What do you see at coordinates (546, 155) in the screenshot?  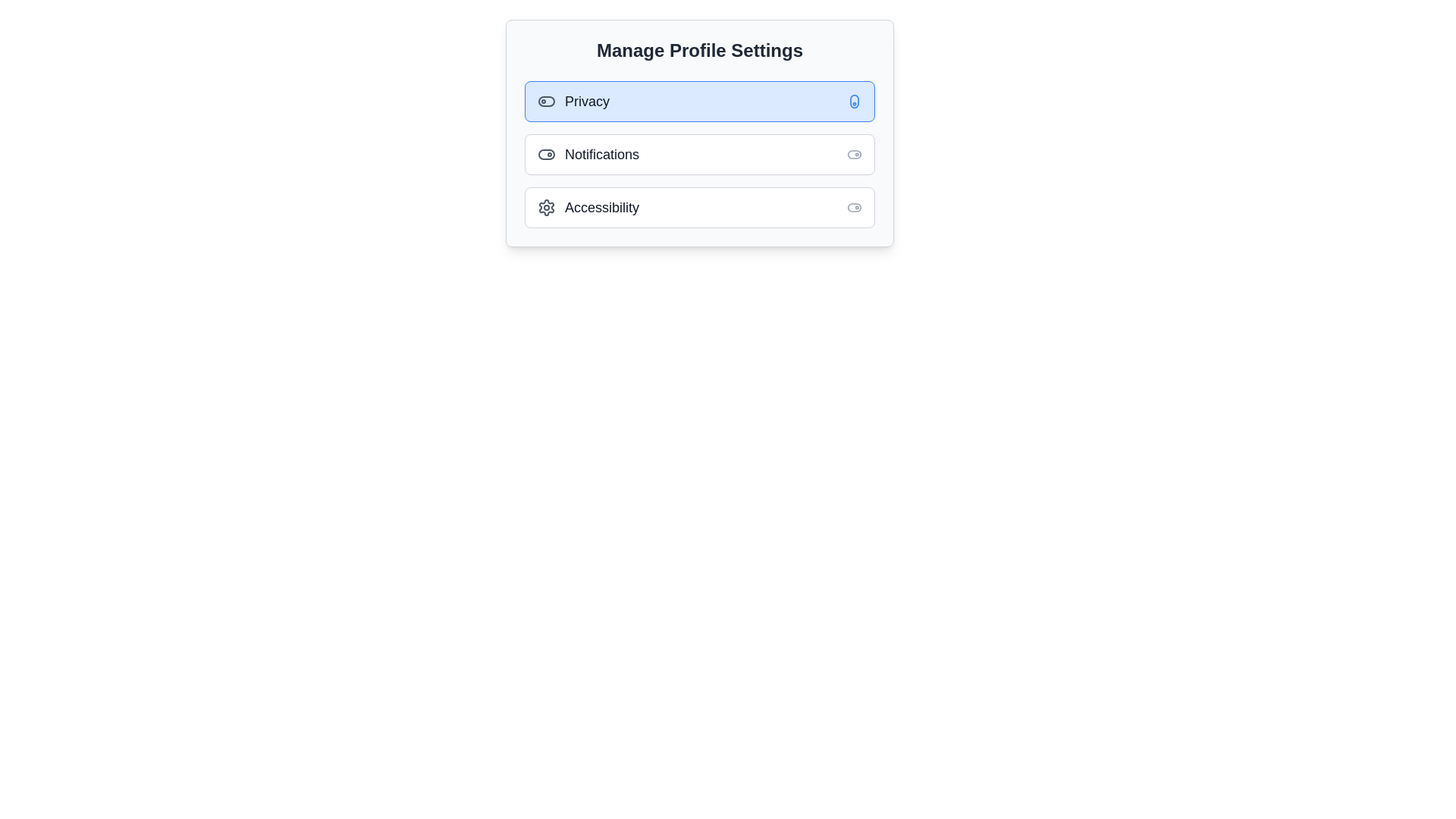 I see `the background layer of the toggle switch` at bounding box center [546, 155].